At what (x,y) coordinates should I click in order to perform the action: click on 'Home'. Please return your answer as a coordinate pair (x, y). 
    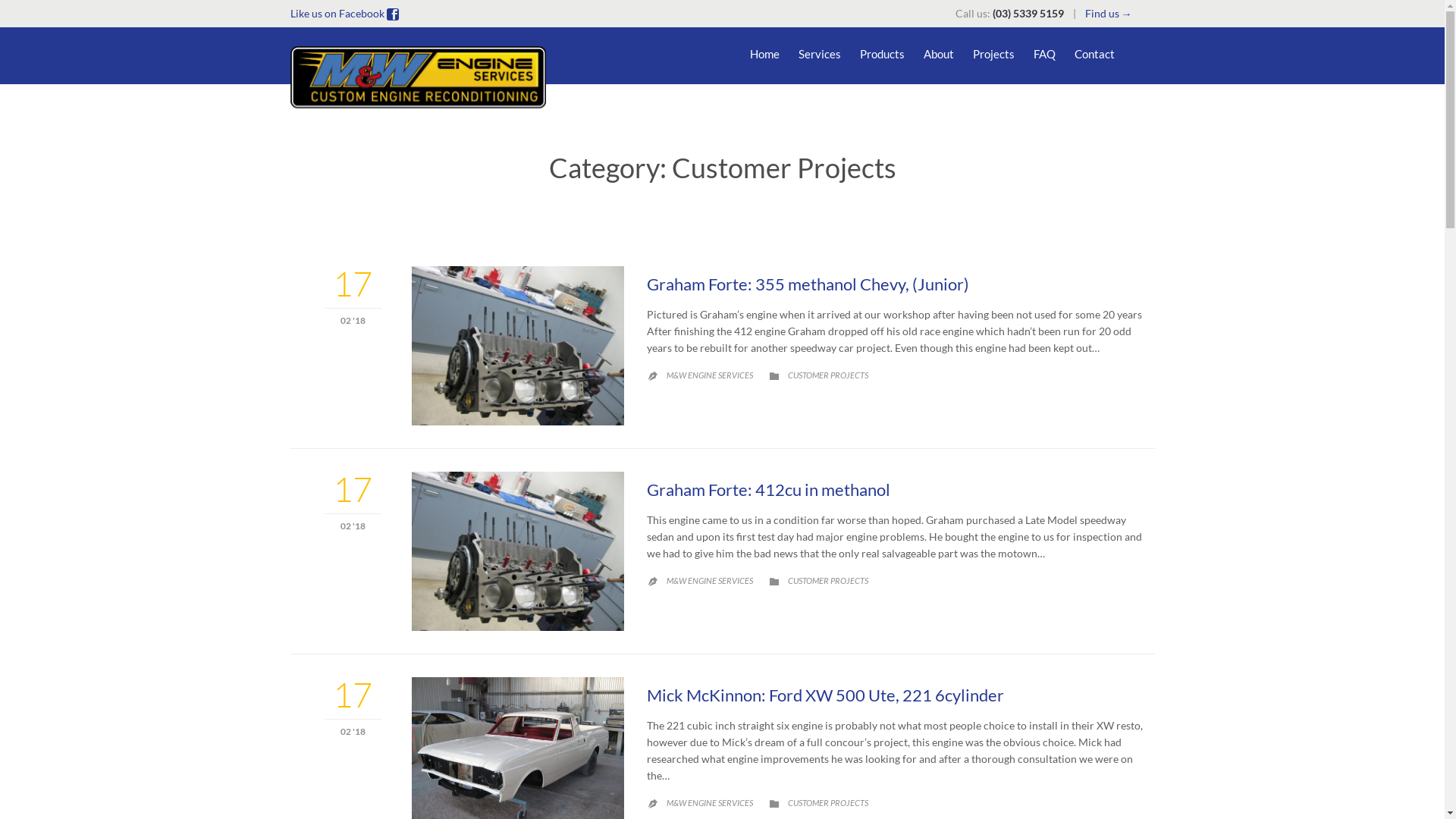
    Looking at the image, I should click on (764, 55).